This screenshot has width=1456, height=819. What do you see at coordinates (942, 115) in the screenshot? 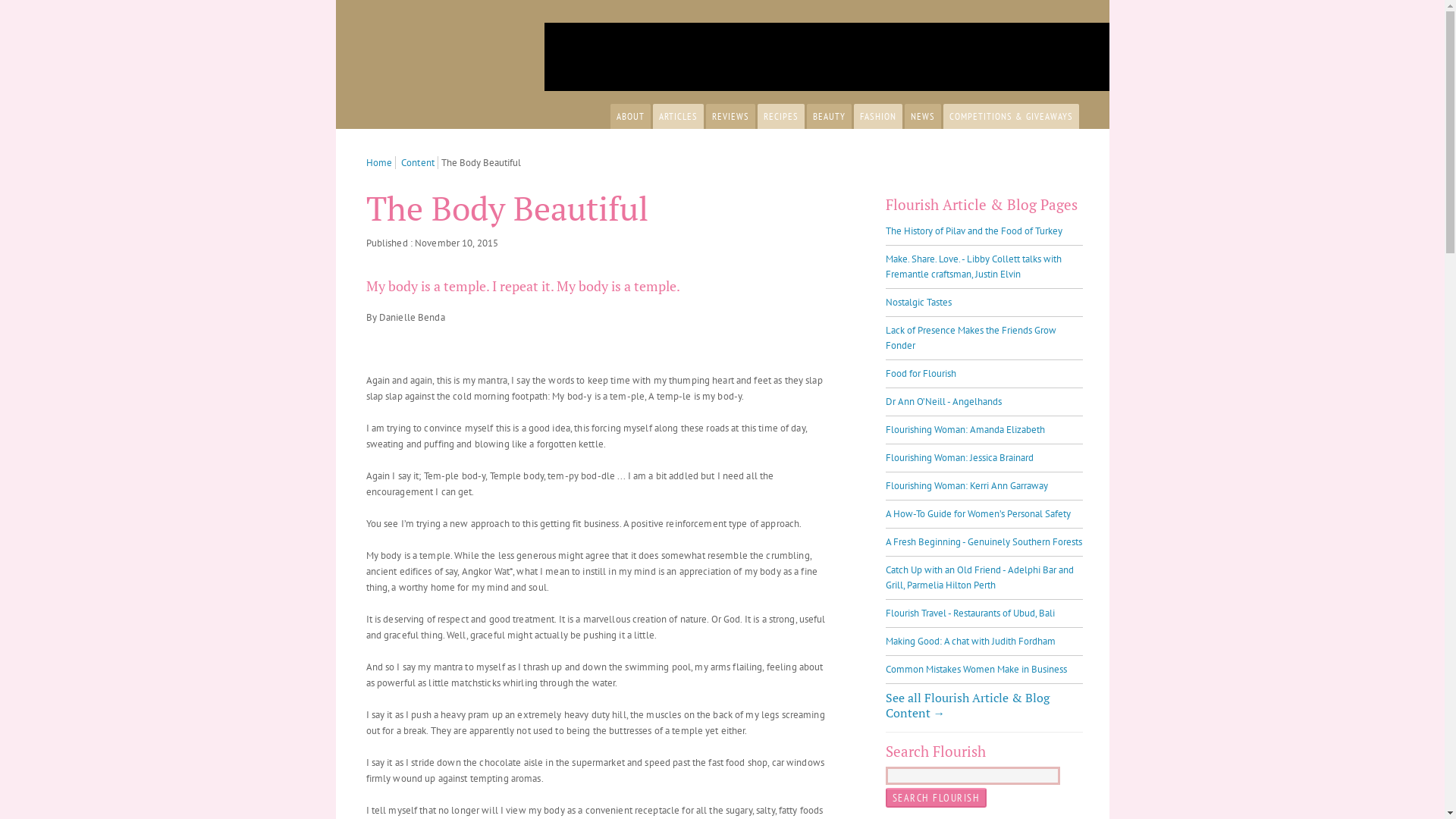
I see `'COMPETITIONS & GIVEAWAYS'` at bounding box center [942, 115].